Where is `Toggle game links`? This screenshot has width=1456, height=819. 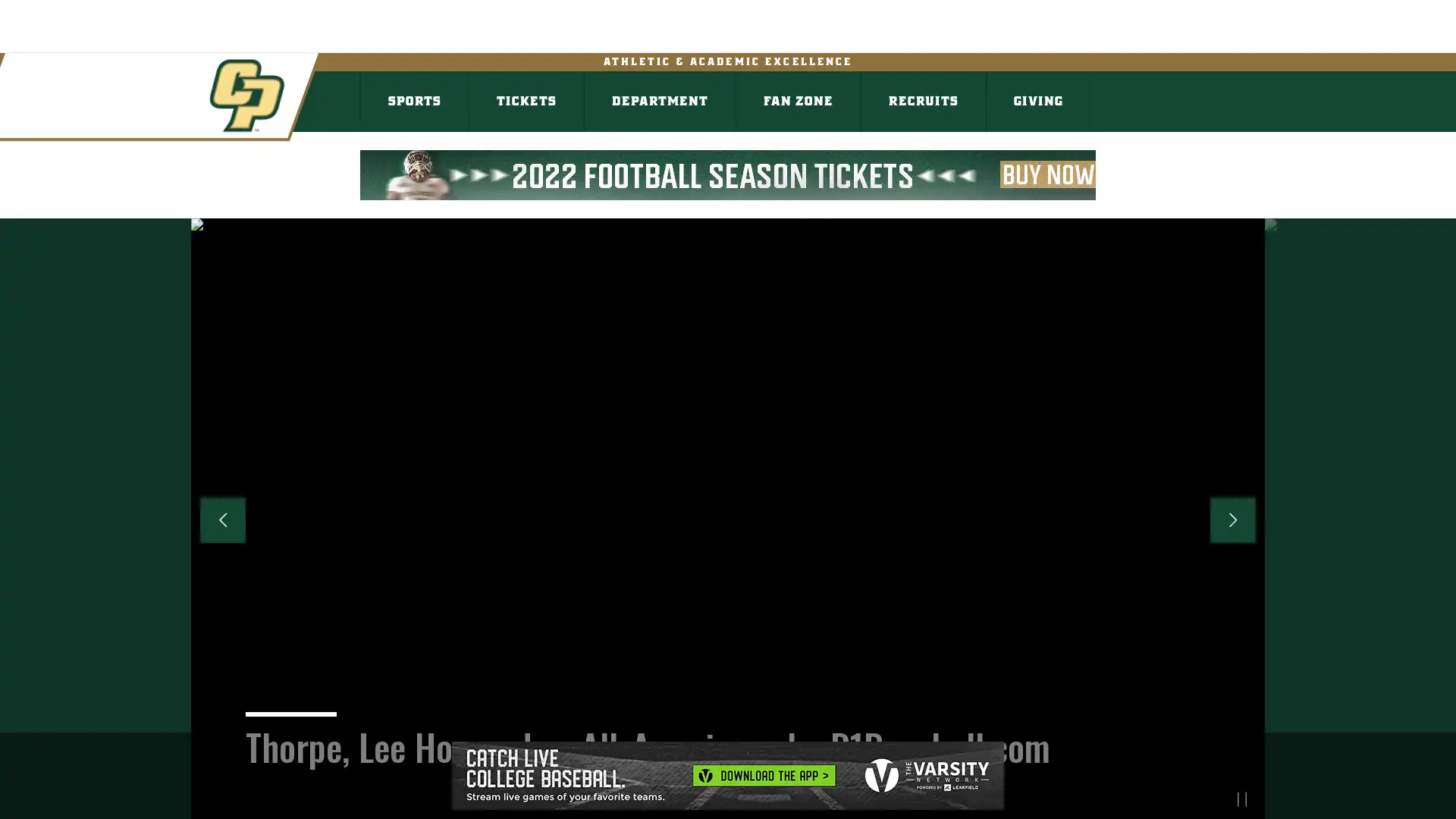
Toggle game links is located at coordinates (195, 40).